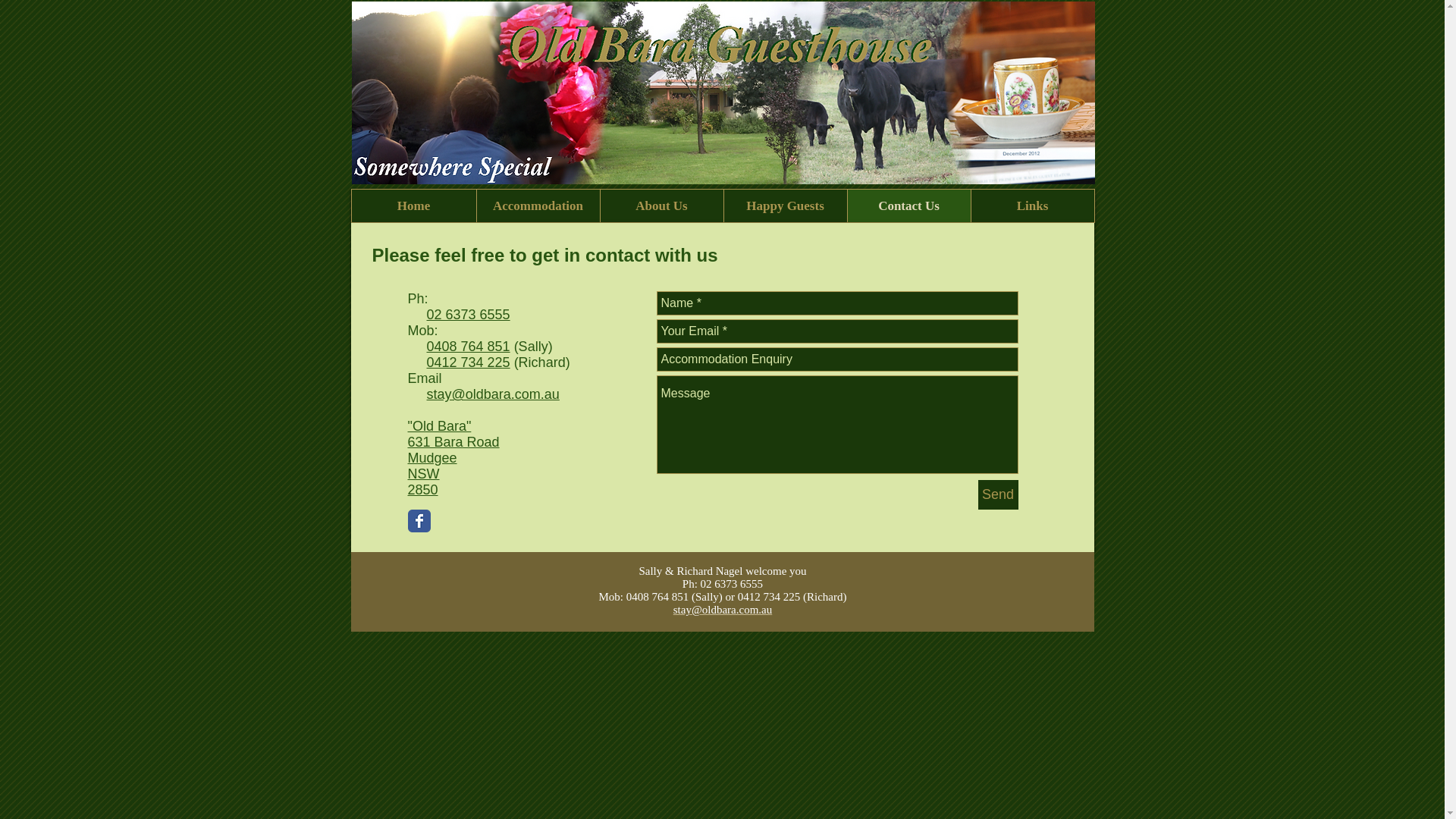 The height and width of the screenshot is (819, 1456). What do you see at coordinates (414, 206) in the screenshot?
I see `'Home'` at bounding box center [414, 206].